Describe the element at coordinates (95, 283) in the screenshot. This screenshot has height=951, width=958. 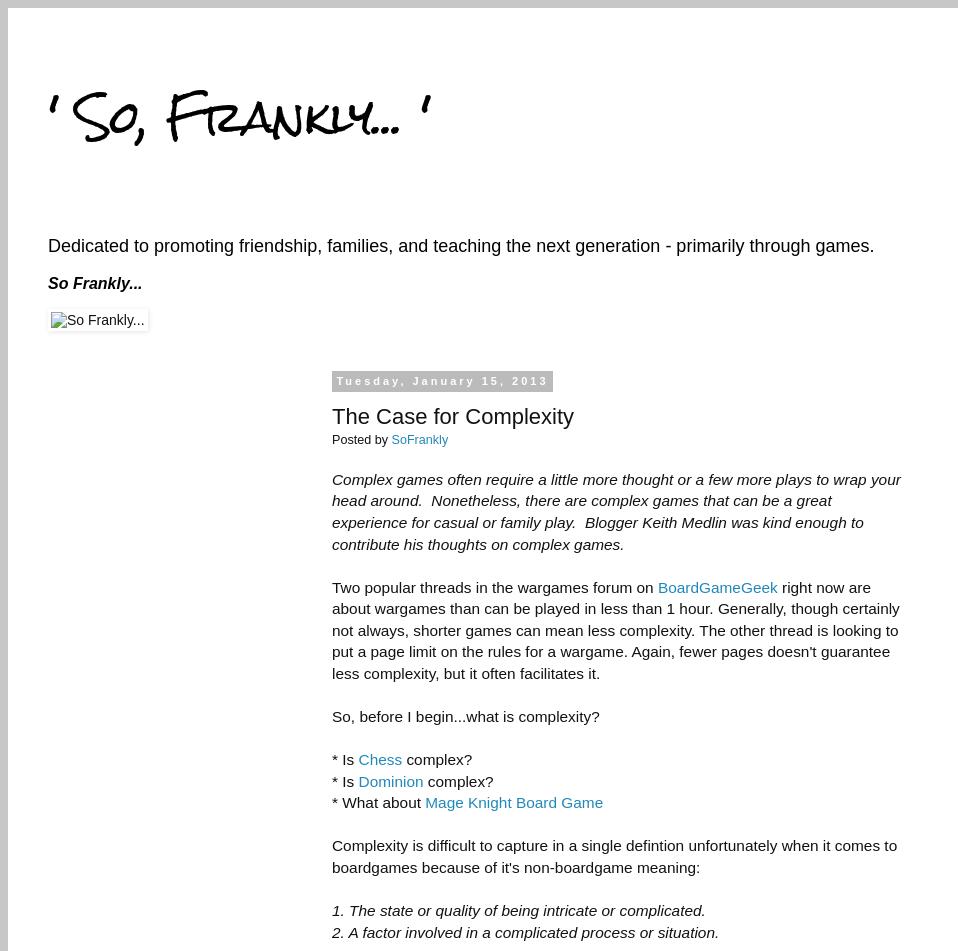
I see `'So Frankly...'` at that location.